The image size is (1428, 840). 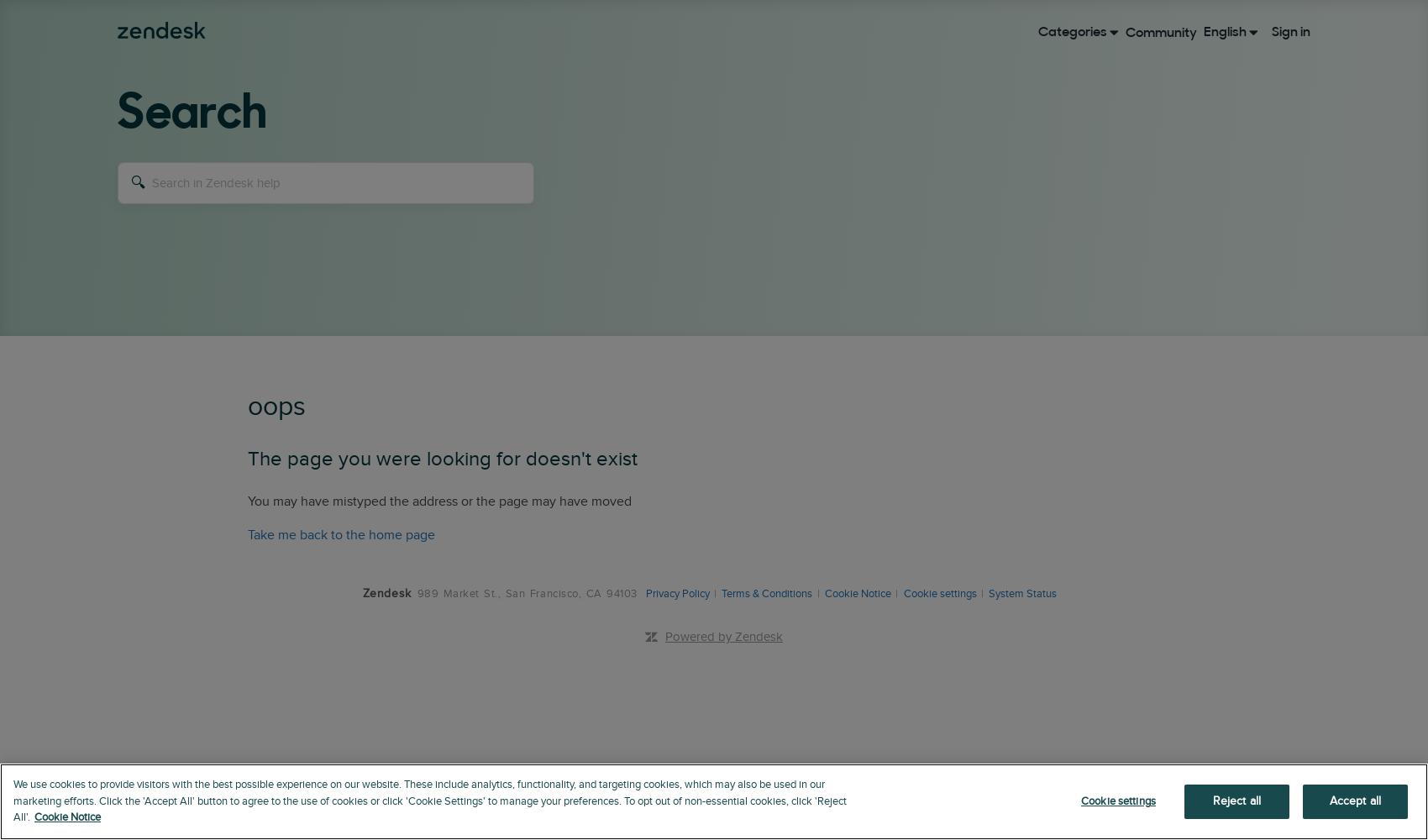 What do you see at coordinates (1021, 593) in the screenshot?
I see `'System Status'` at bounding box center [1021, 593].